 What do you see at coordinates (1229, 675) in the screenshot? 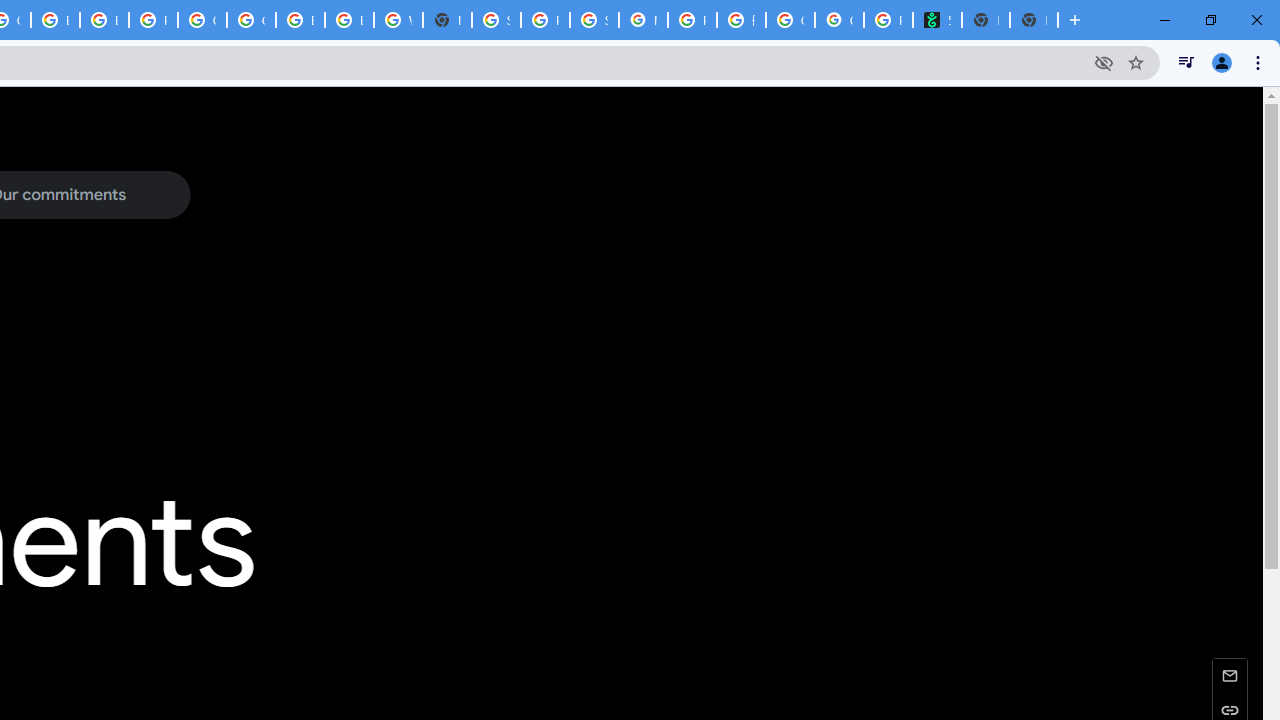
I see `'Share this page (Email)'` at bounding box center [1229, 675].